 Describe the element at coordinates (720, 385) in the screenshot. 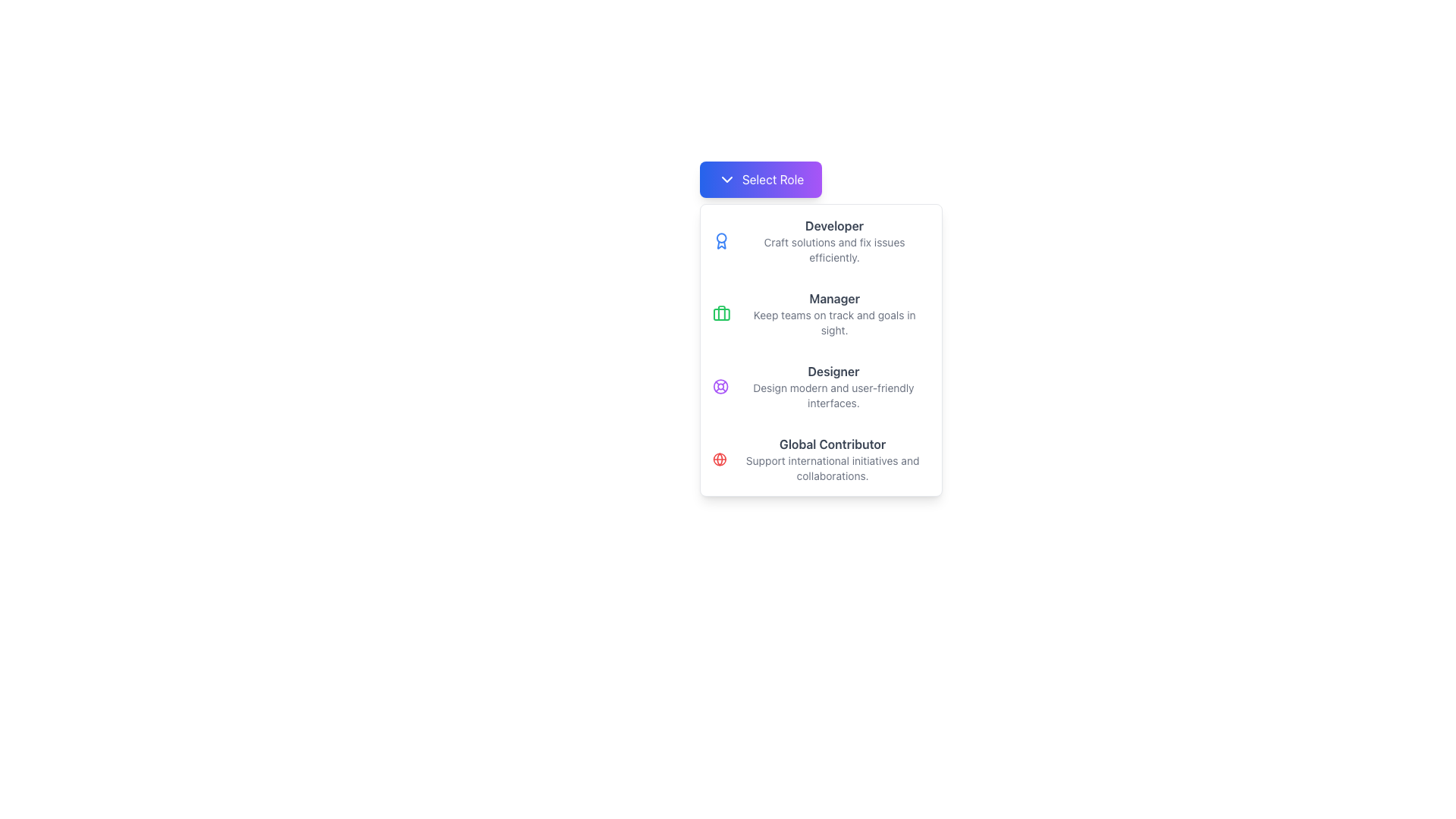

I see `the innermost circular part of the lifebuoy icon that serves as a decorative component for the 'Designer' role in the dropdown menu` at that location.